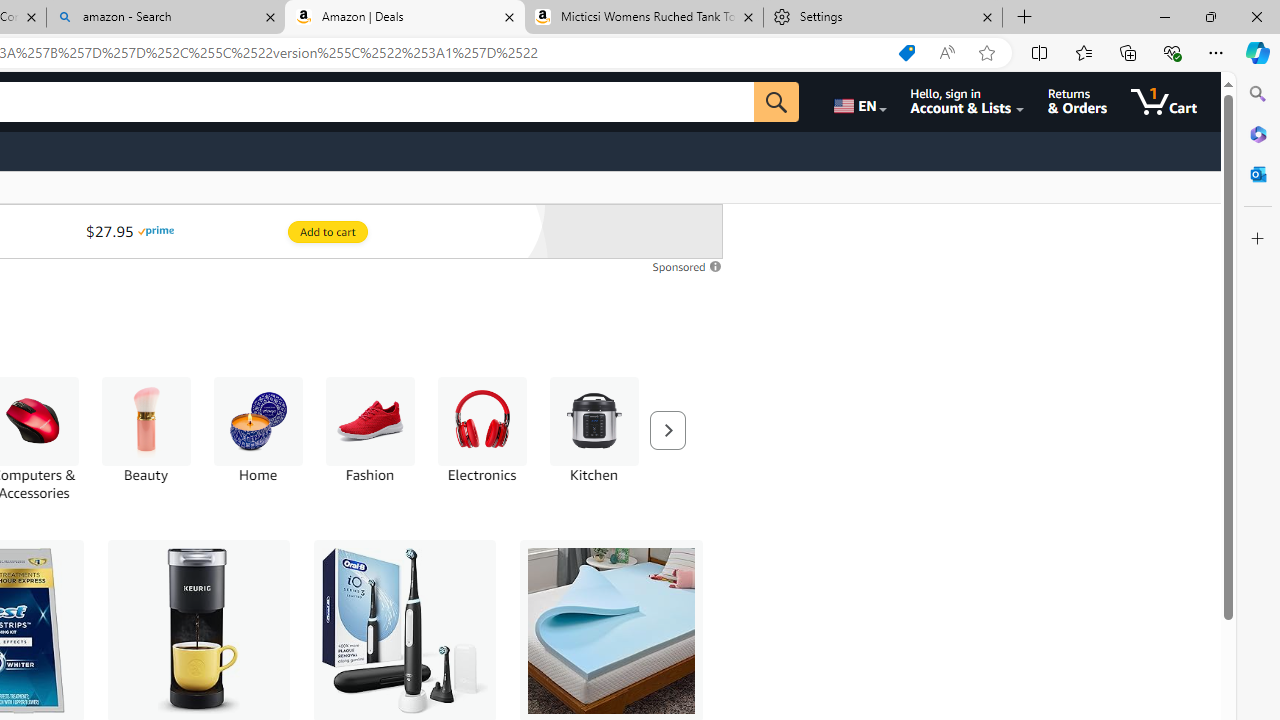  Describe the element at coordinates (369, 420) in the screenshot. I see `'Fashion'` at that location.